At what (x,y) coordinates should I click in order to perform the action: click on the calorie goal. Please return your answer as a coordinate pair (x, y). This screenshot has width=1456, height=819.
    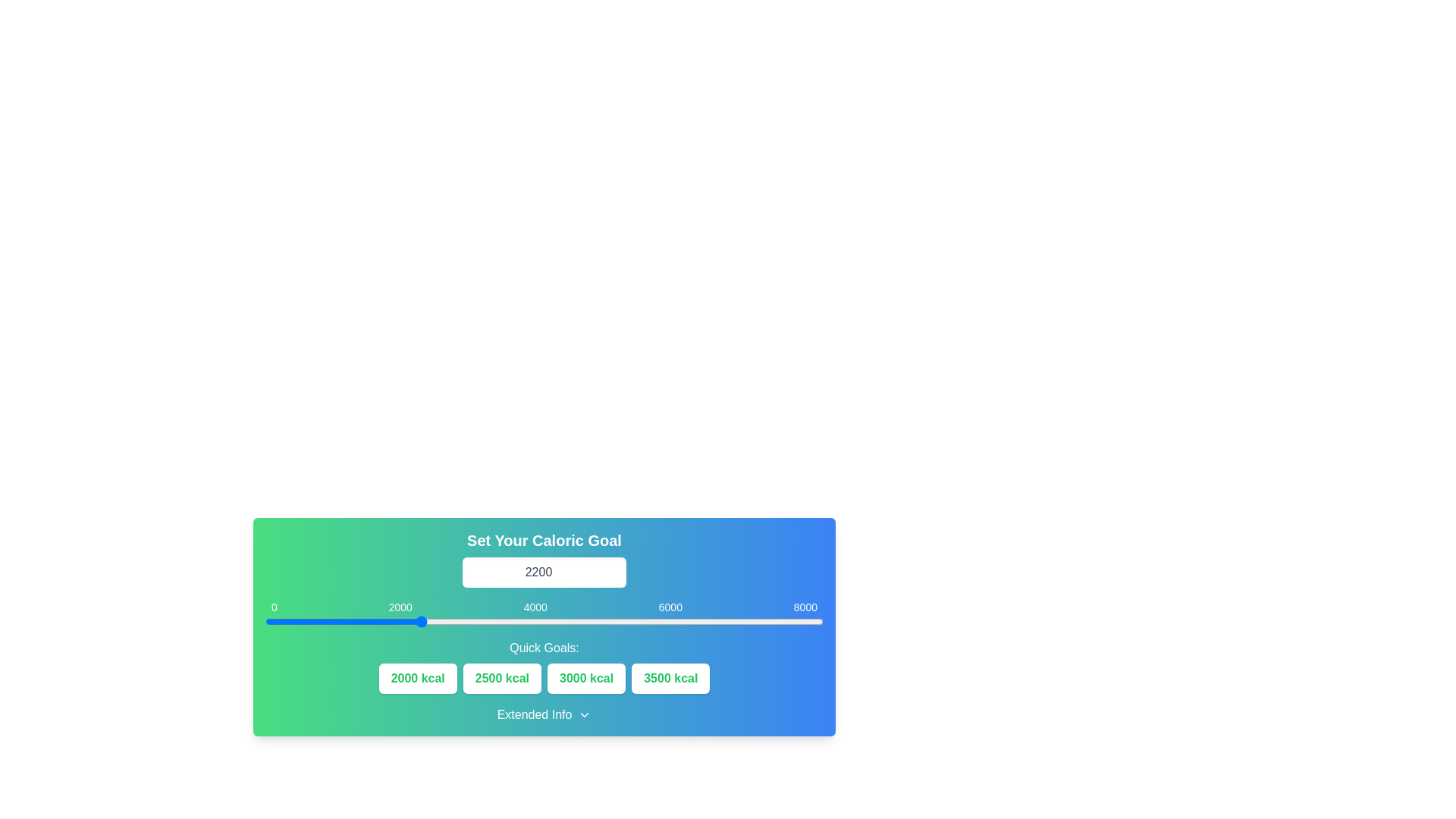
    Looking at the image, I should click on (504, 622).